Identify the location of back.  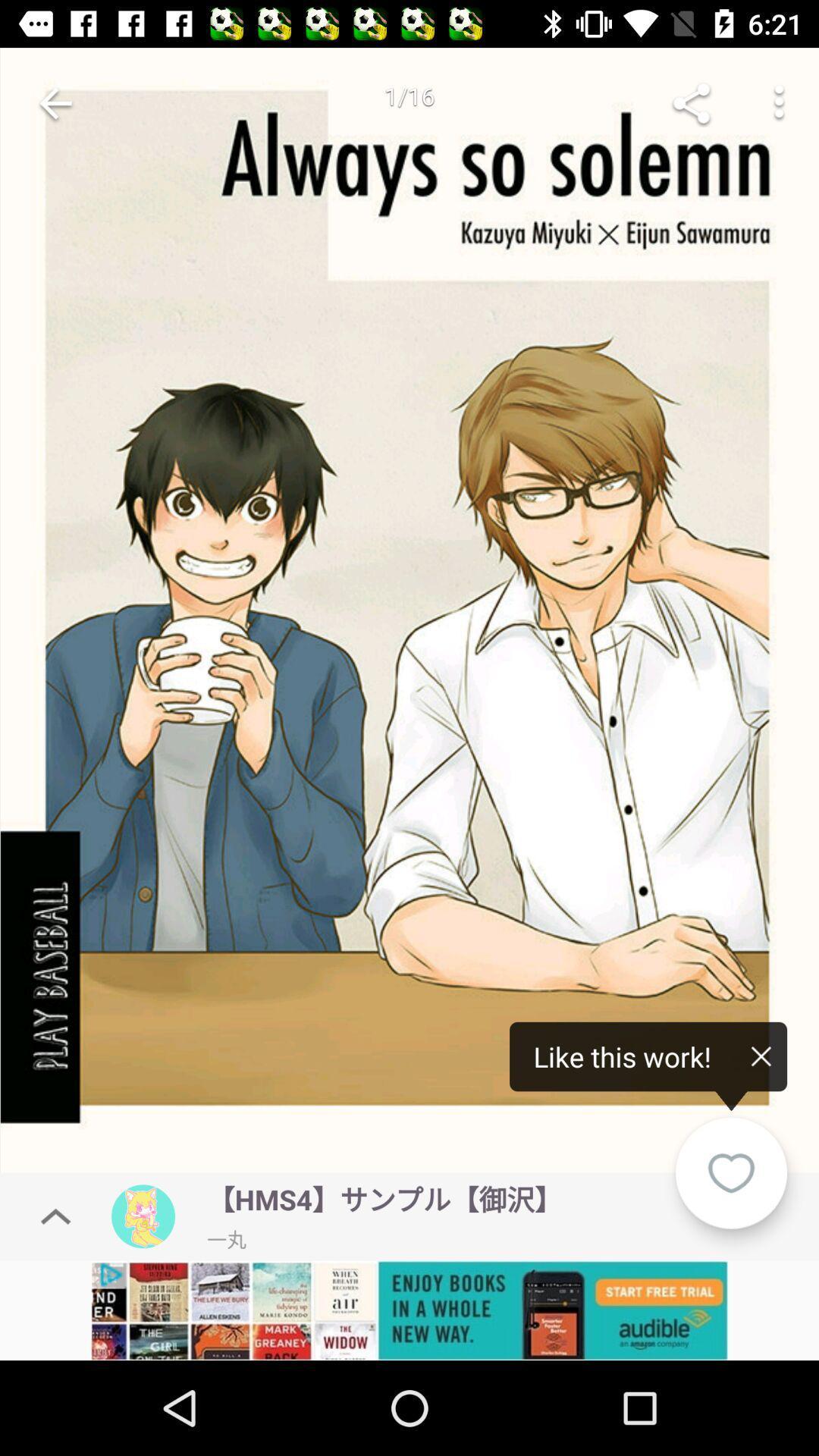
(55, 102).